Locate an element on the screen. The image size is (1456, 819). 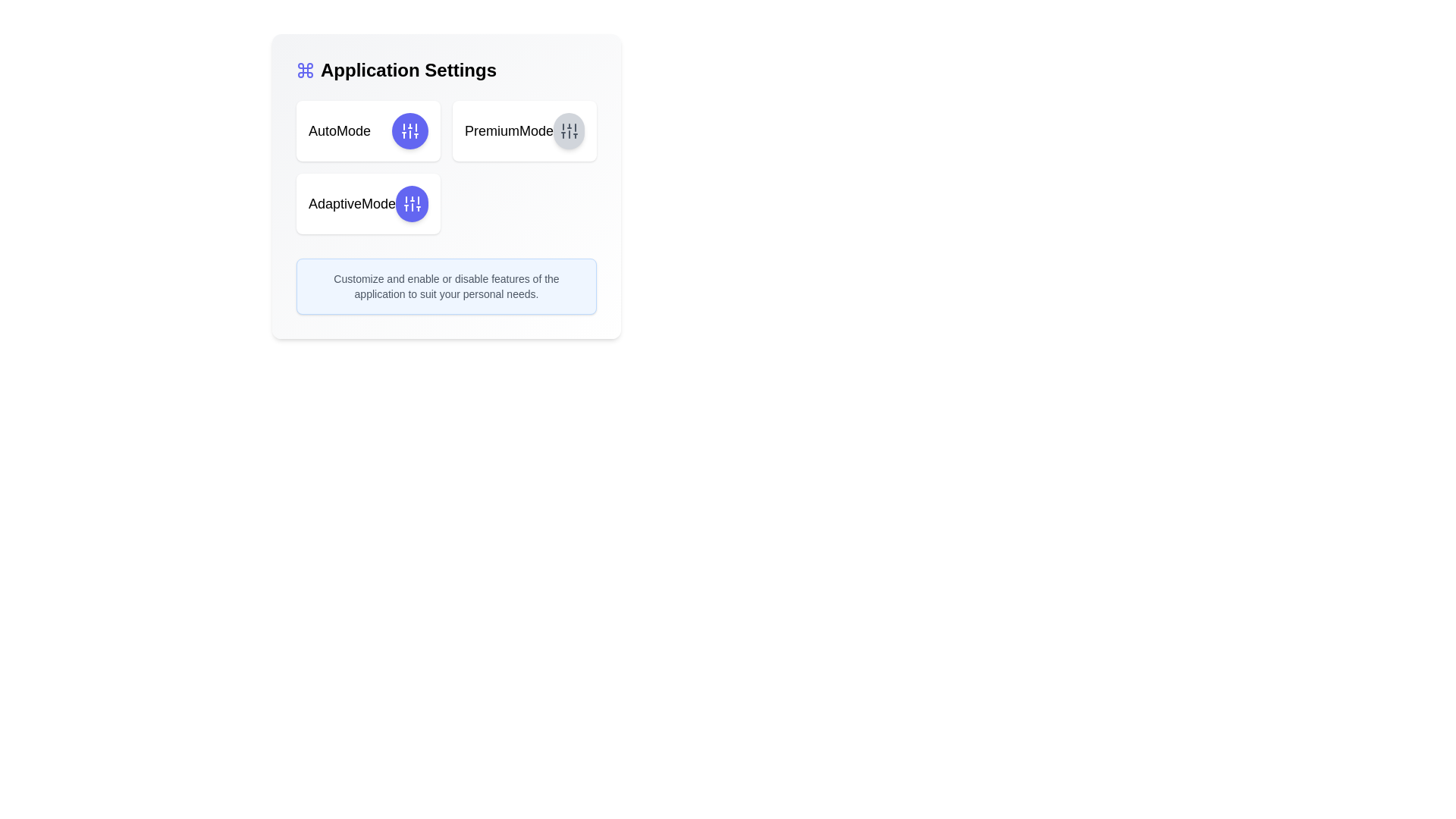
the decorative icon located at the top-left corner of the 'Application Settings' panel, which is positioned before the heading text is located at coordinates (305, 70).